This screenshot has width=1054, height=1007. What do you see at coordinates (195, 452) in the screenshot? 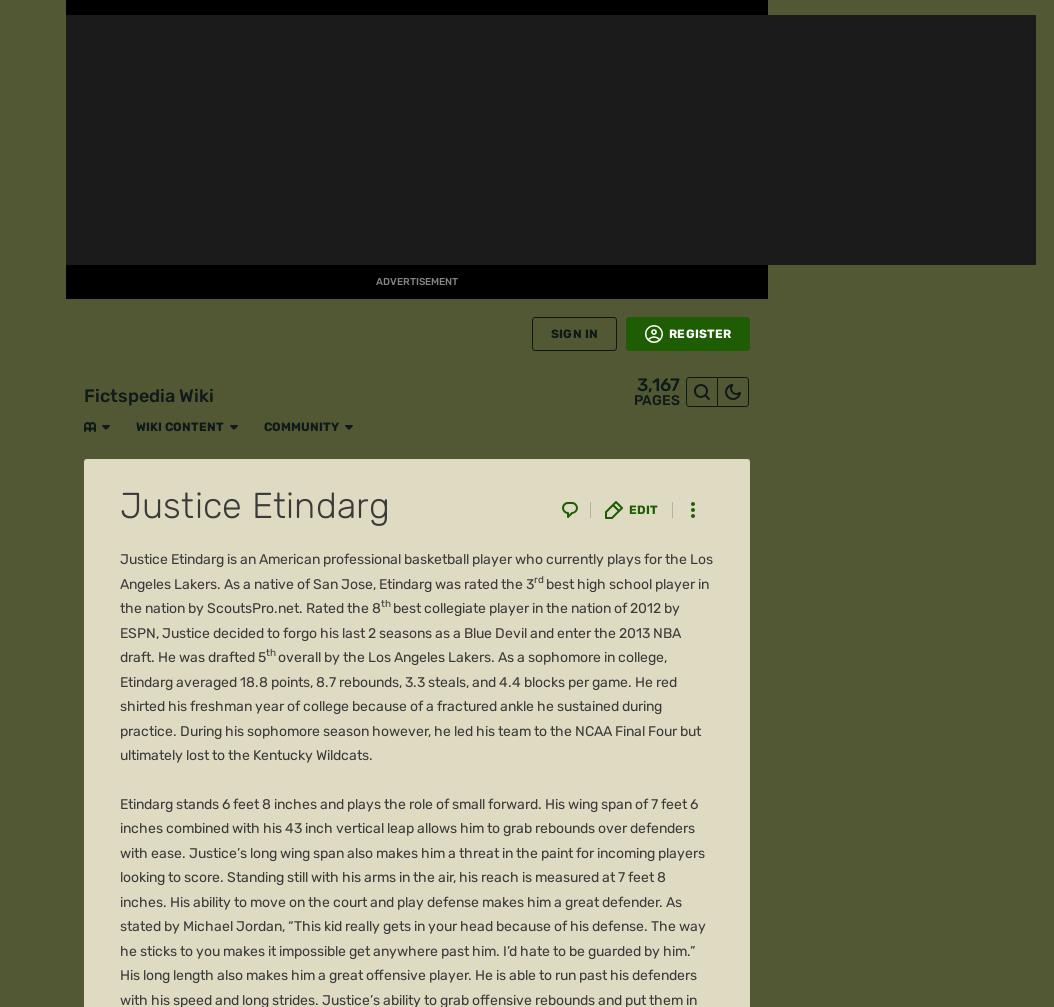
I see `'Twelve Demon Moons'` at bounding box center [195, 452].